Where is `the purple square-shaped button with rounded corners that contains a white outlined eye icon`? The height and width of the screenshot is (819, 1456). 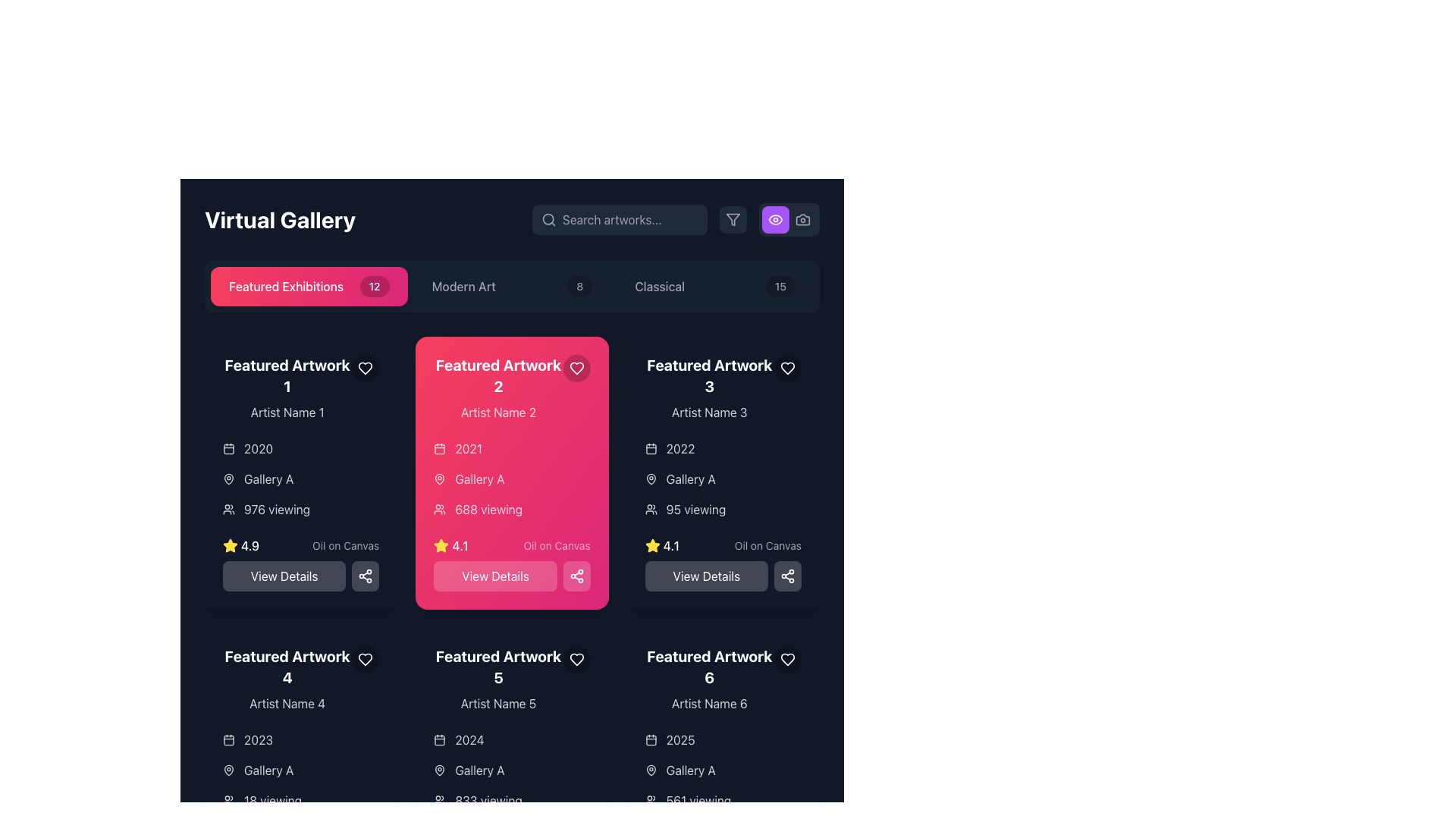 the purple square-shaped button with rounded corners that contains a white outlined eye icon is located at coordinates (775, 219).